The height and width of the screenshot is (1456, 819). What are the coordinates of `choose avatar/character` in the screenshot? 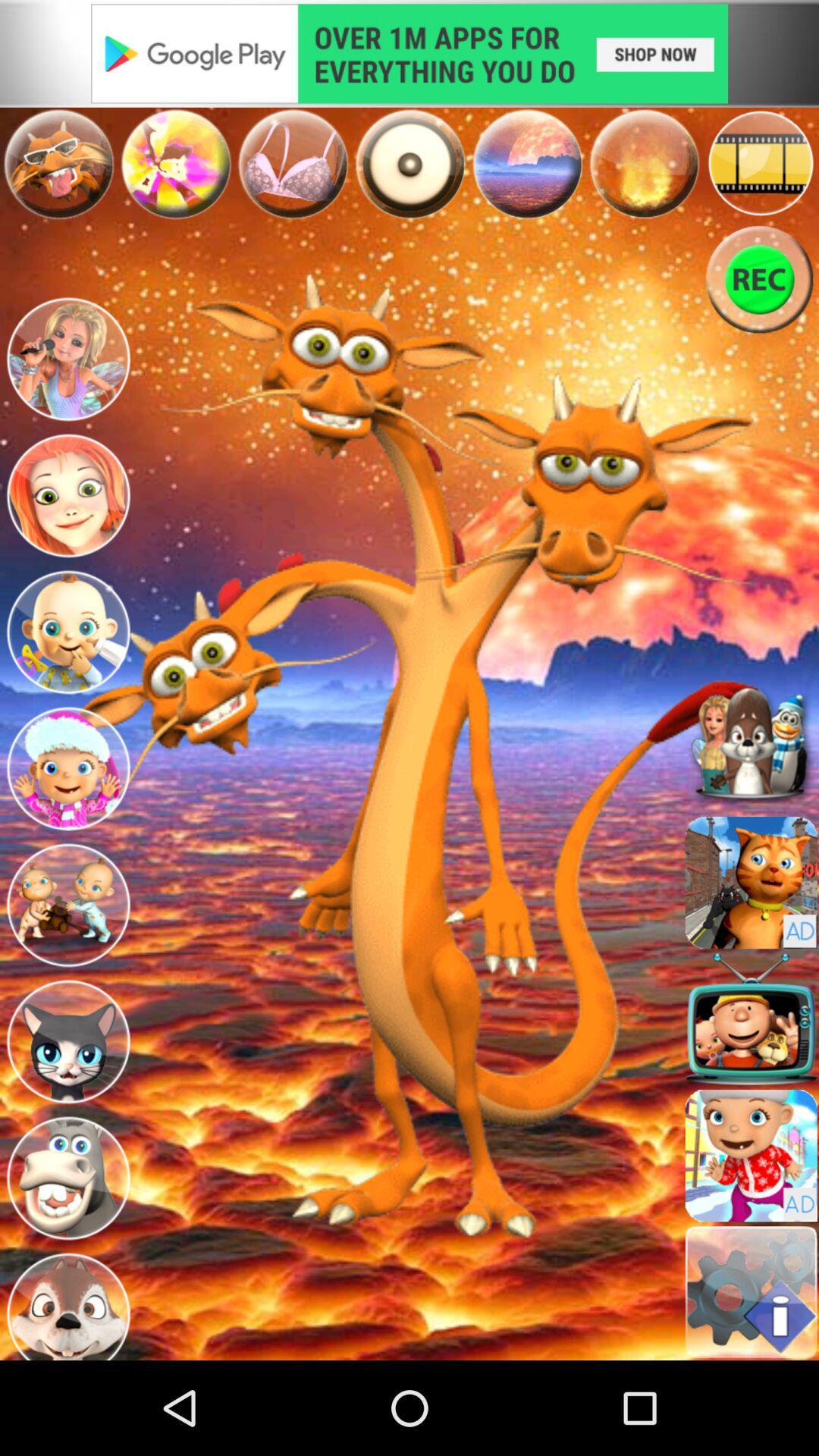 It's located at (67, 495).